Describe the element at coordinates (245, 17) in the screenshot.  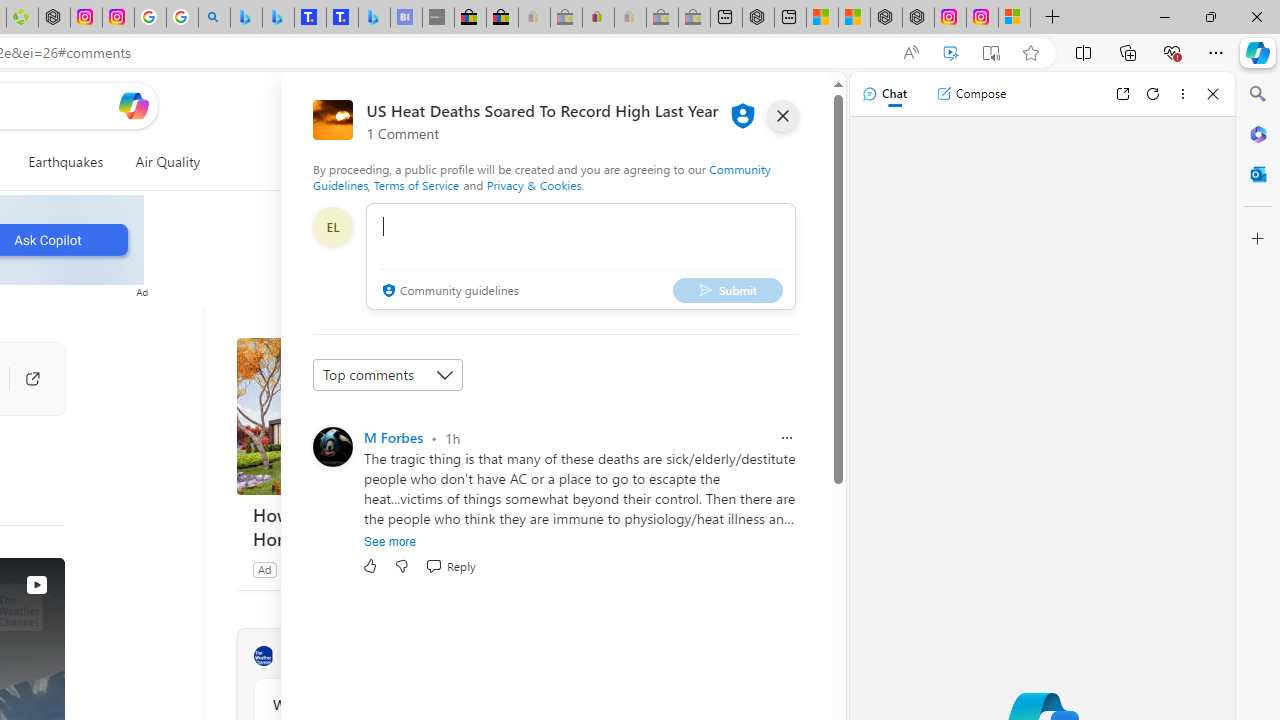
I see `'Microsoft Bing Travel - Flights from Hong Kong to Bangkok'` at that location.